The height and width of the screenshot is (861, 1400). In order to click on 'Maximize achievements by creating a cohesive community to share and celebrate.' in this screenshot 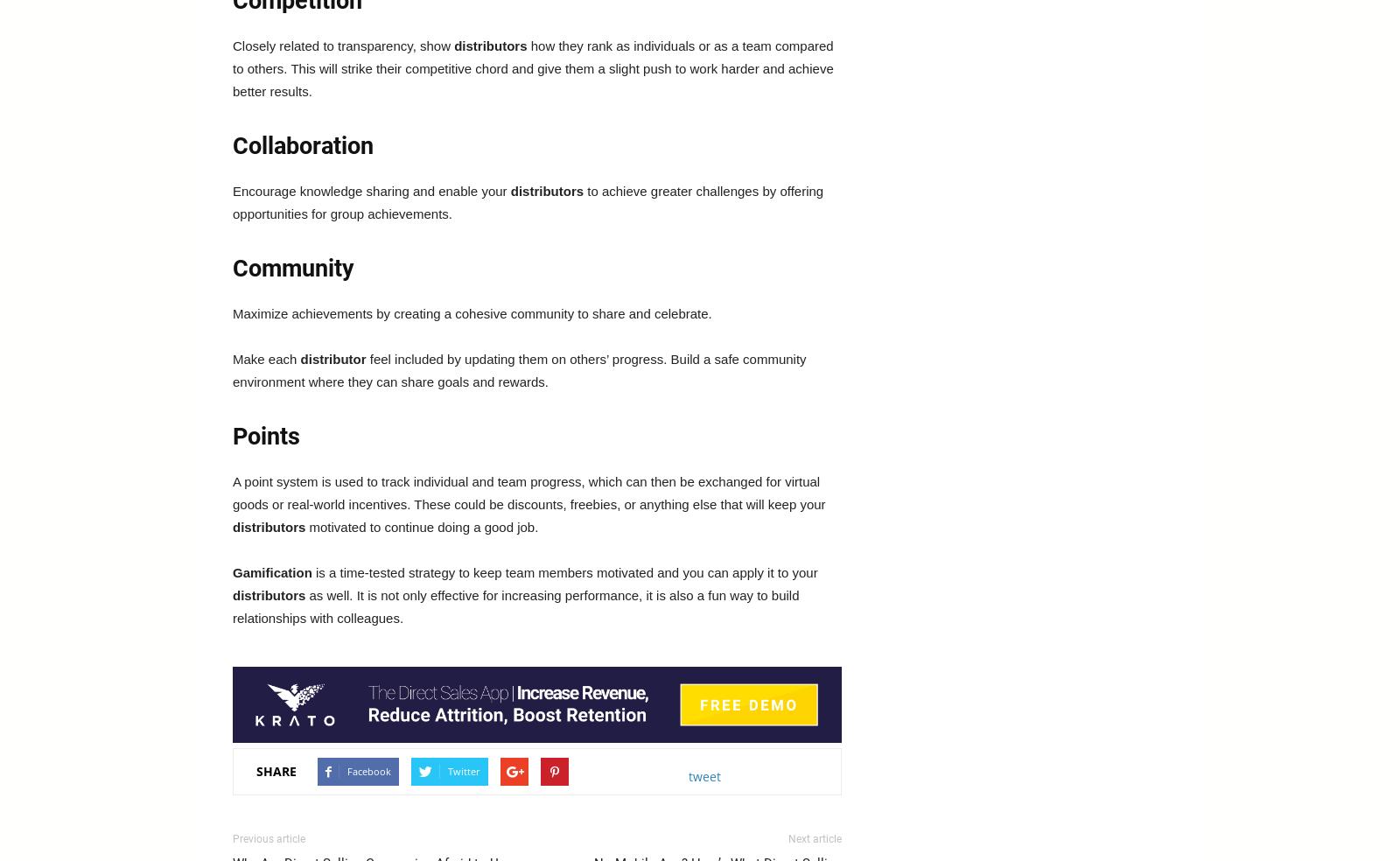, I will do `click(471, 312)`.